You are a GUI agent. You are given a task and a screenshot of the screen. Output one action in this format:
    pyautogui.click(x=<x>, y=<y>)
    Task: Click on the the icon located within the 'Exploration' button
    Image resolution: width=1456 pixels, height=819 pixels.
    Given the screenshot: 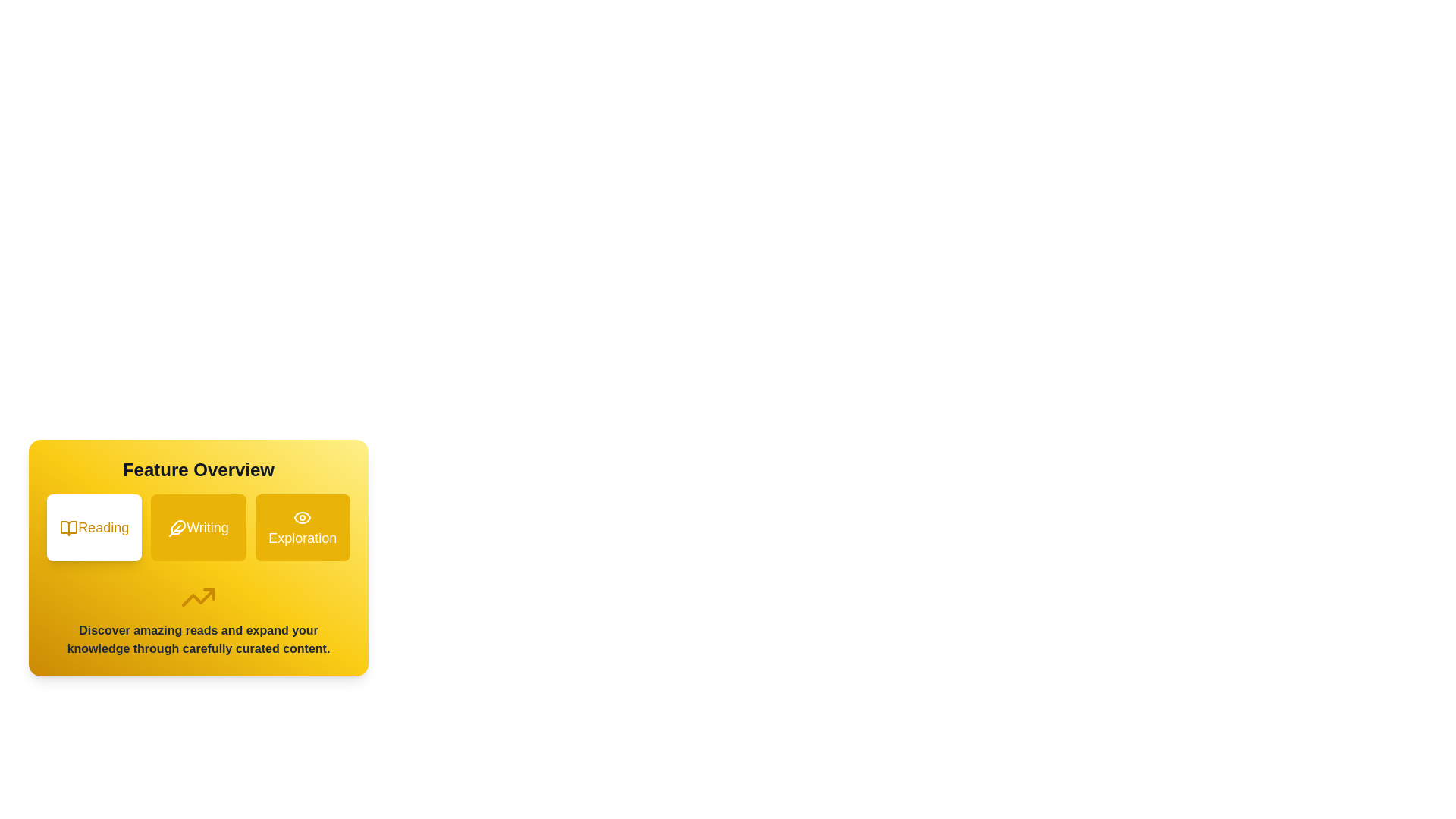 What is the action you would take?
    pyautogui.click(x=303, y=517)
    